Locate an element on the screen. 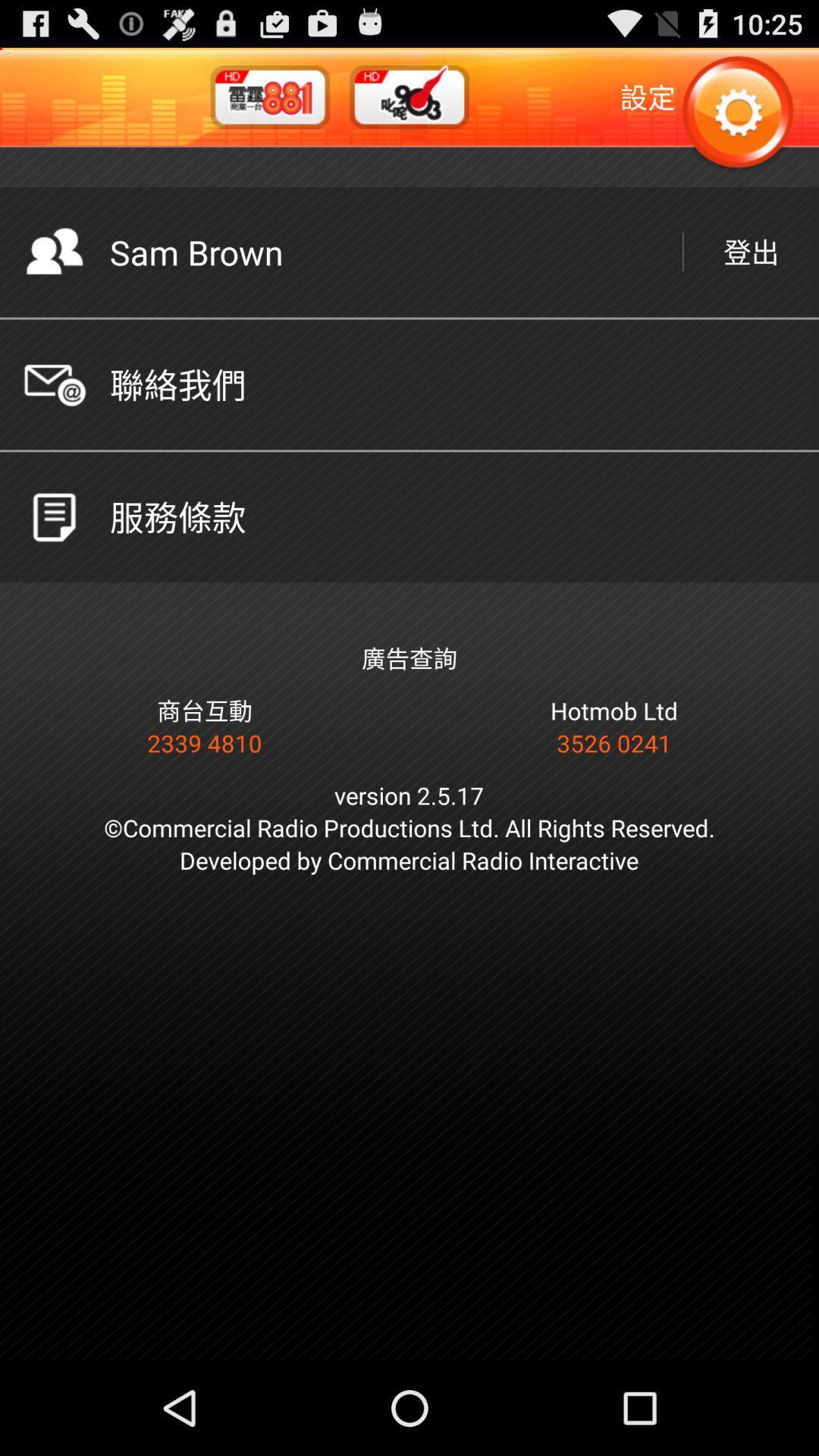 Image resolution: width=819 pixels, height=1456 pixels. the settings icon is located at coordinates (736, 121).